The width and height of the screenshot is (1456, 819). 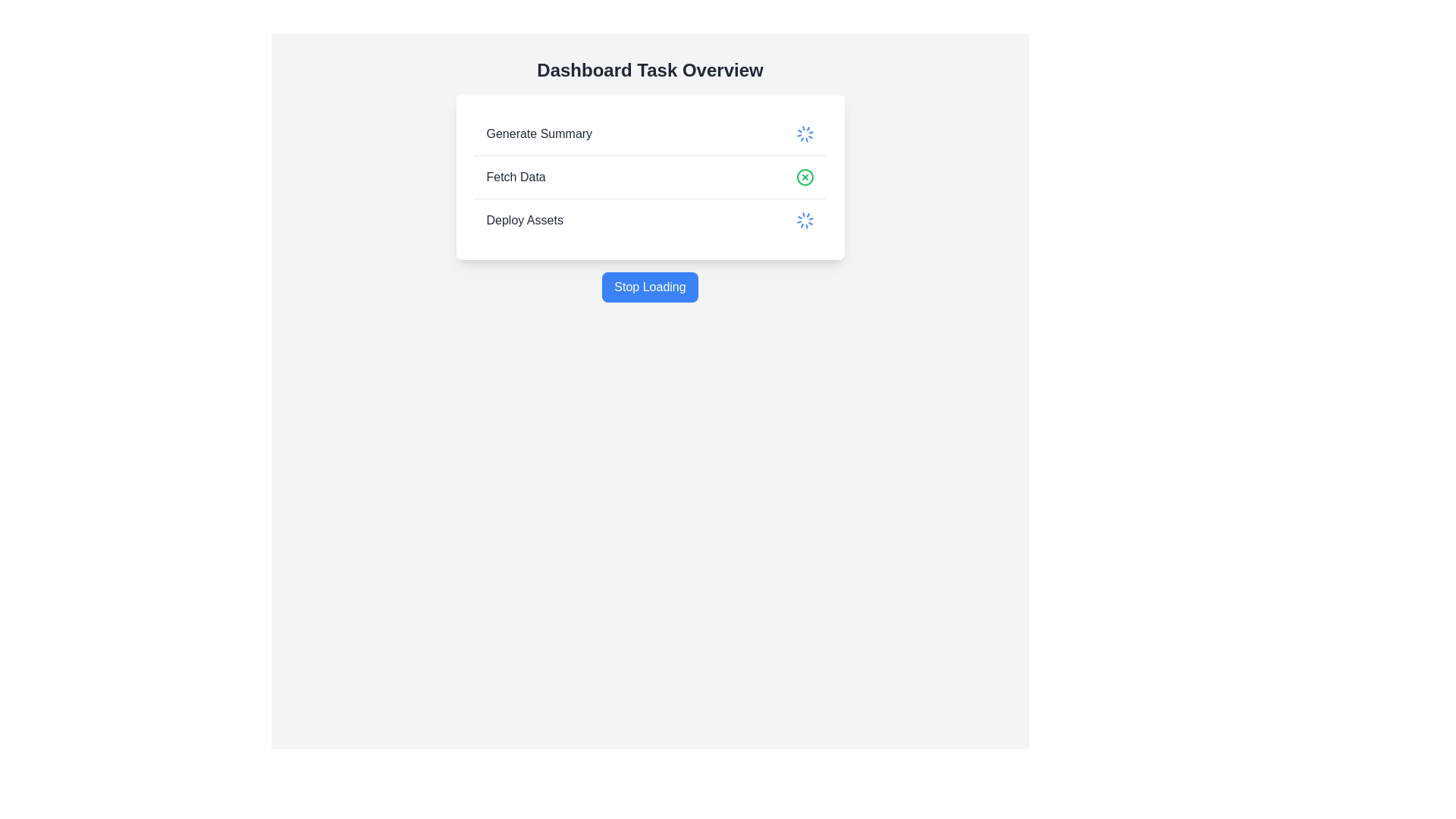 What do you see at coordinates (804, 177) in the screenshot?
I see `the Status Indicator Icon located on the right side of the 'Fetch Data' row, which indicates the status of the 'Fetch Data' operation` at bounding box center [804, 177].